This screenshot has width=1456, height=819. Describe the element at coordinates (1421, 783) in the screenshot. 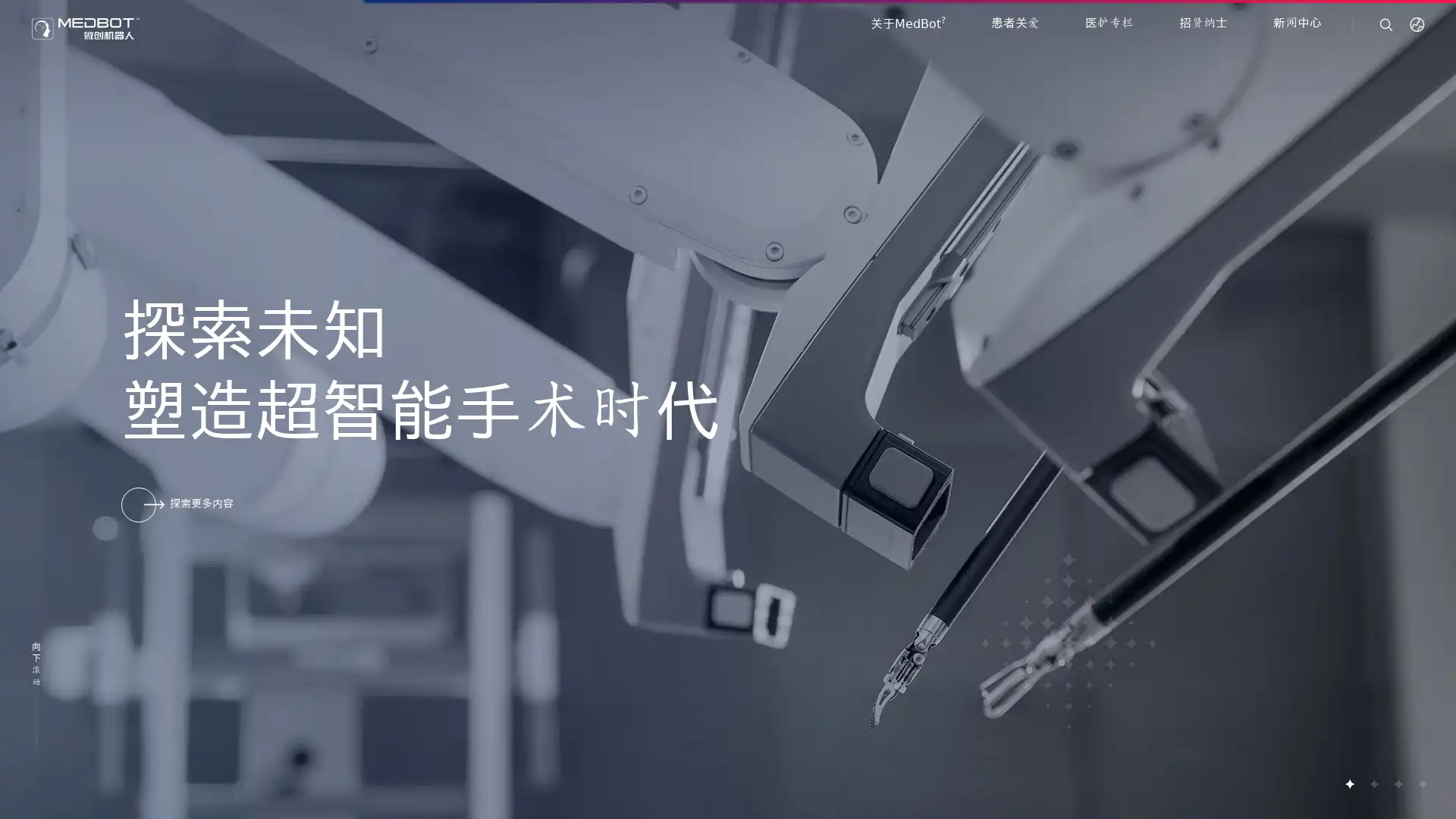

I see `Go to slide 4` at that location.